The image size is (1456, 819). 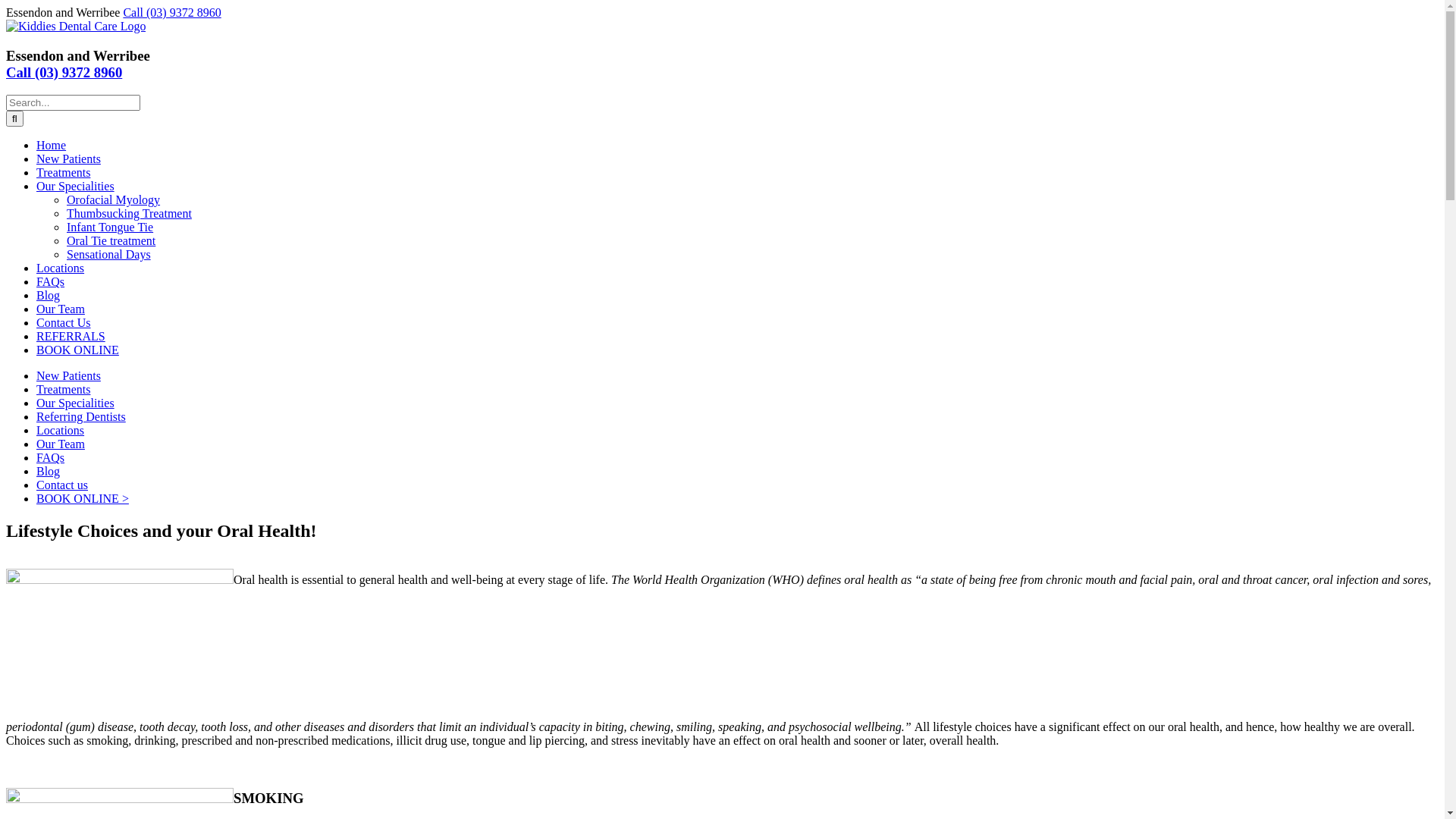 I want to click on 'Locations', so click(x=60, y=267).